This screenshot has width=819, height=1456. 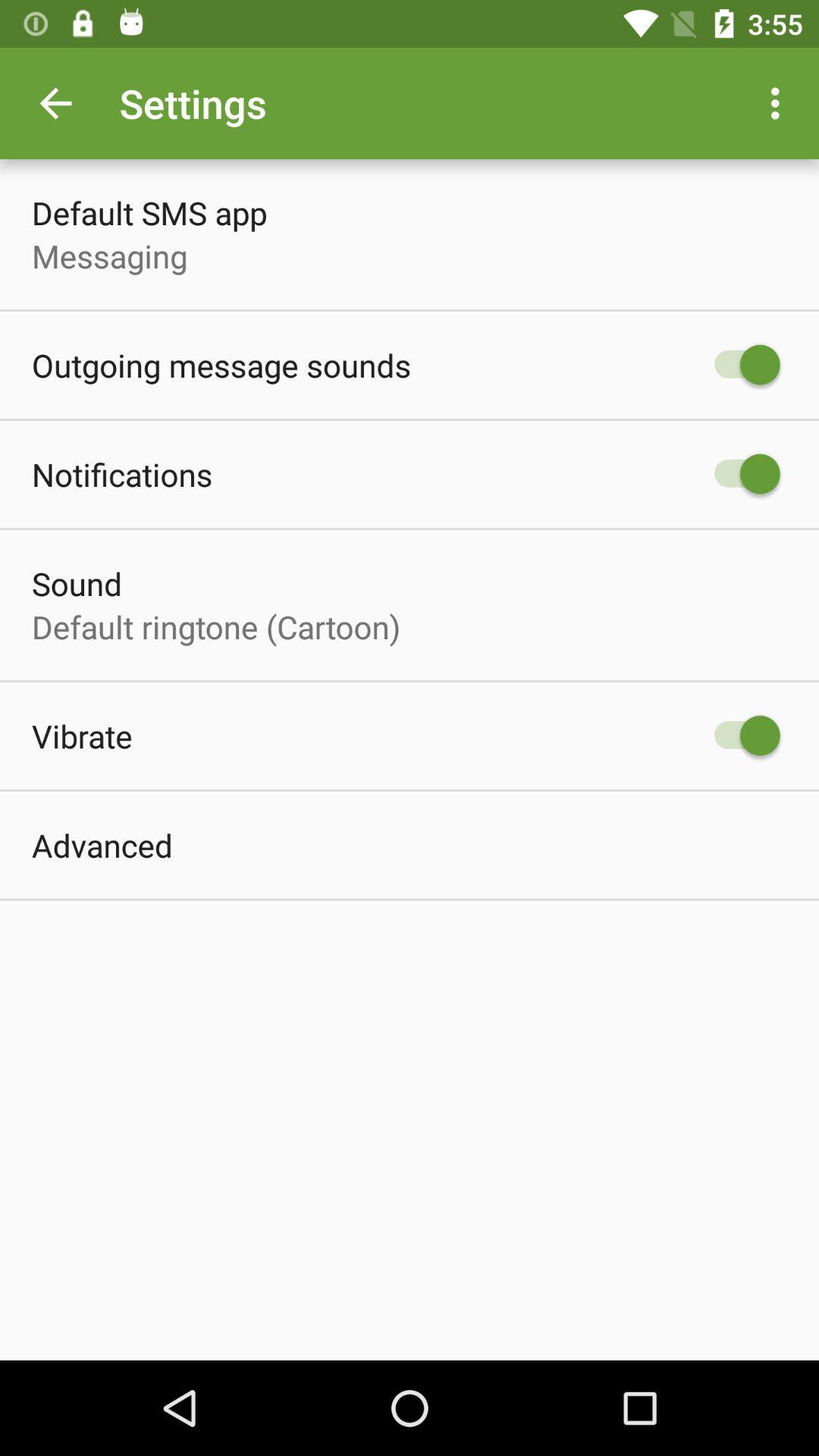 I want to click on the item above advanced icon, so click(x=82, y=736).